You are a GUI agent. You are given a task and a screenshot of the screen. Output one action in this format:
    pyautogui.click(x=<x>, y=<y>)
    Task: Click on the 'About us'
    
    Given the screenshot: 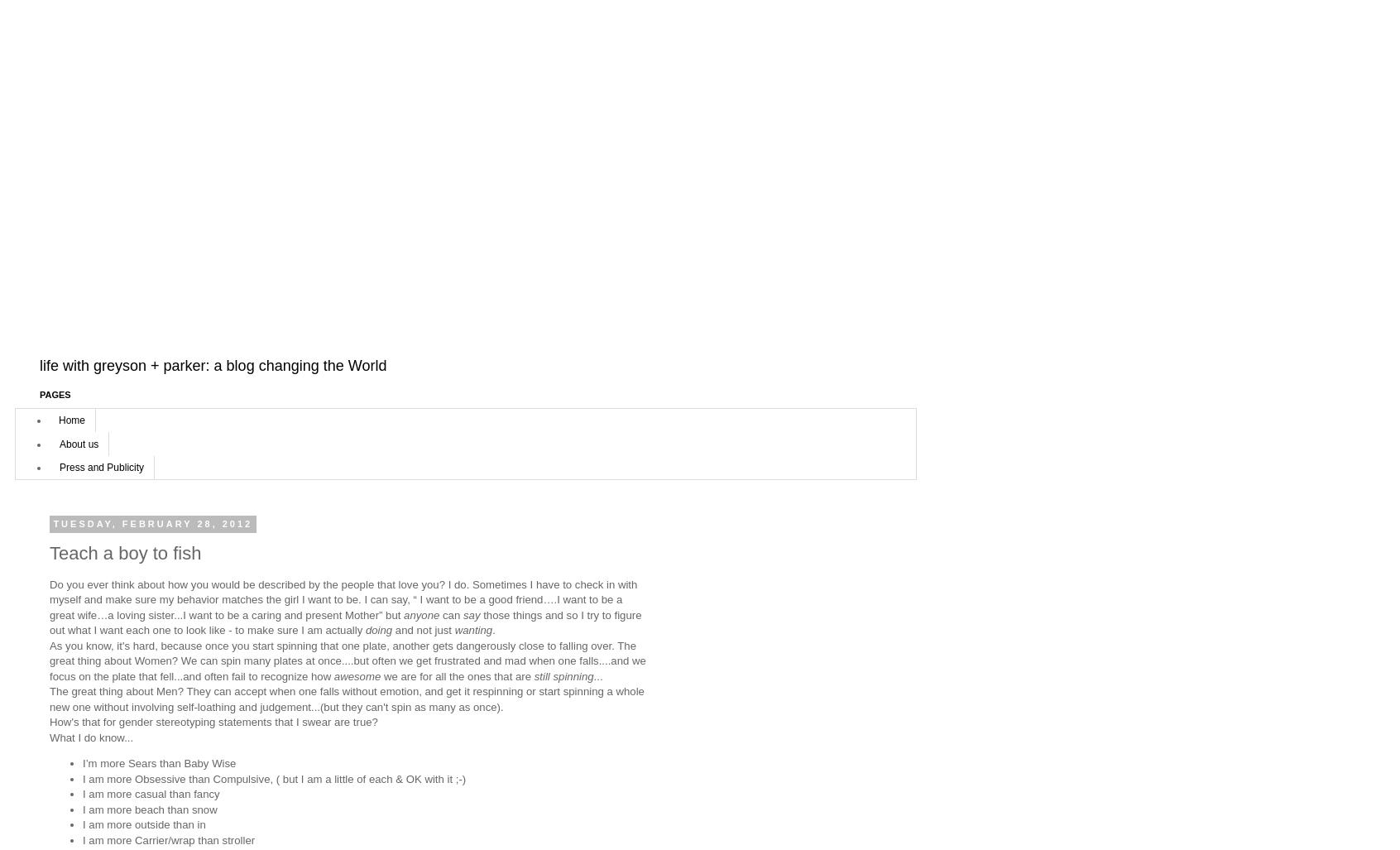 What is the action you would take?
    pyautogui.click(x=79, y=442)
    